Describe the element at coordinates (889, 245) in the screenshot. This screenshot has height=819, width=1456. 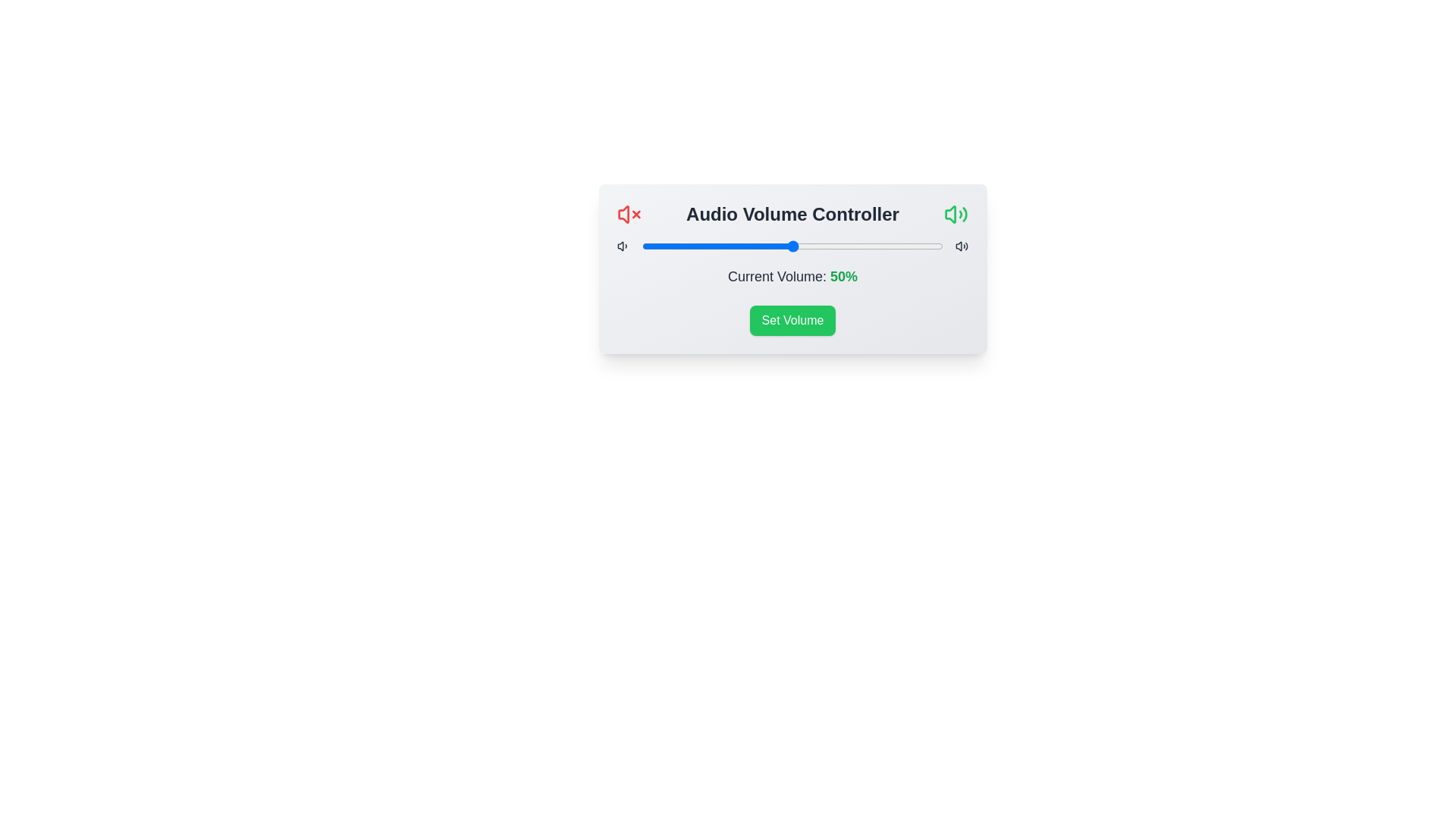
I see `the volume slider to 82%` at that location.